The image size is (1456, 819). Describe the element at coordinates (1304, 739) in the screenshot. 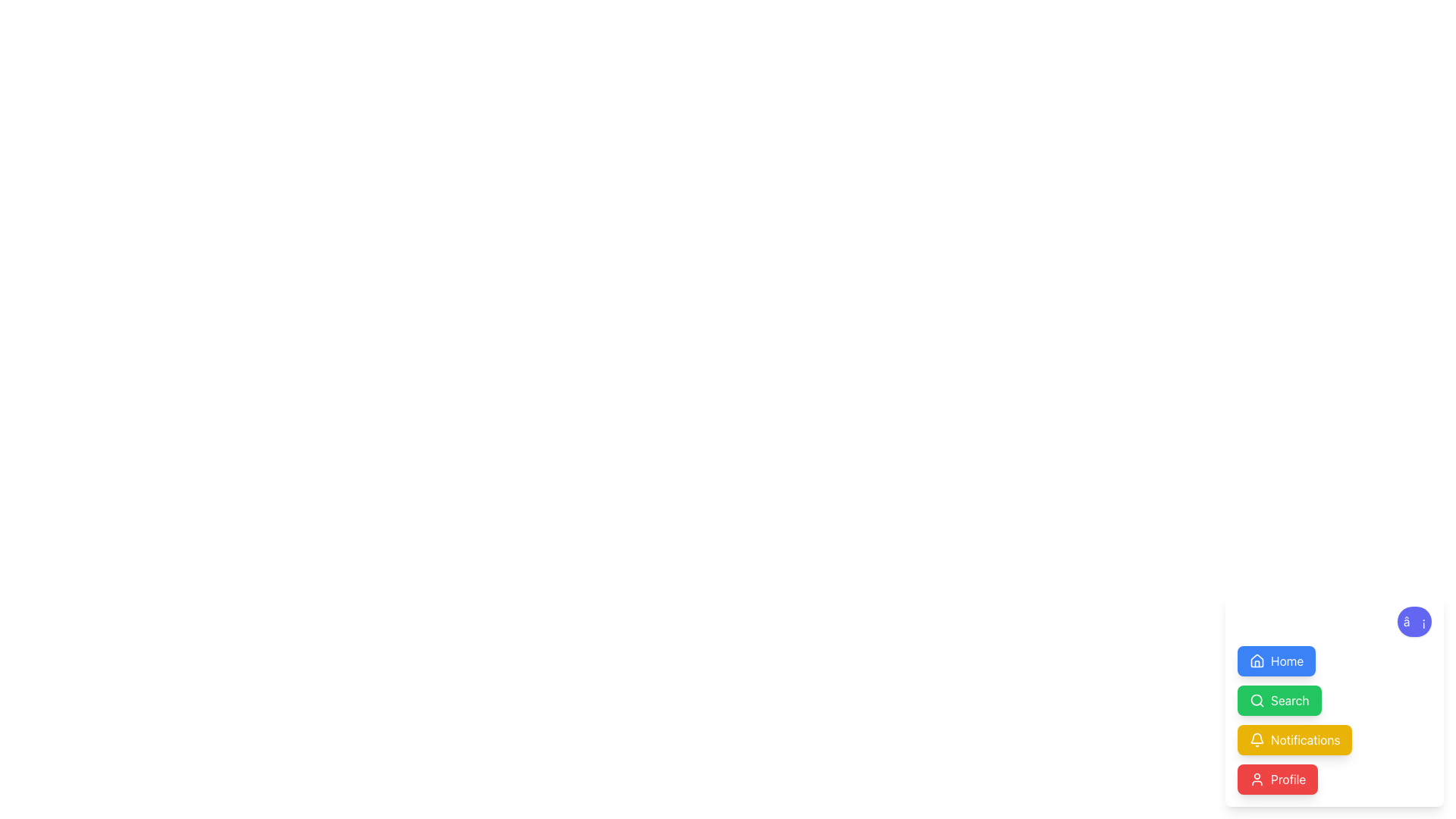

I see `the notification label located on the third button in the vertical list of buttons at the lower right corner of the interface` at that location.